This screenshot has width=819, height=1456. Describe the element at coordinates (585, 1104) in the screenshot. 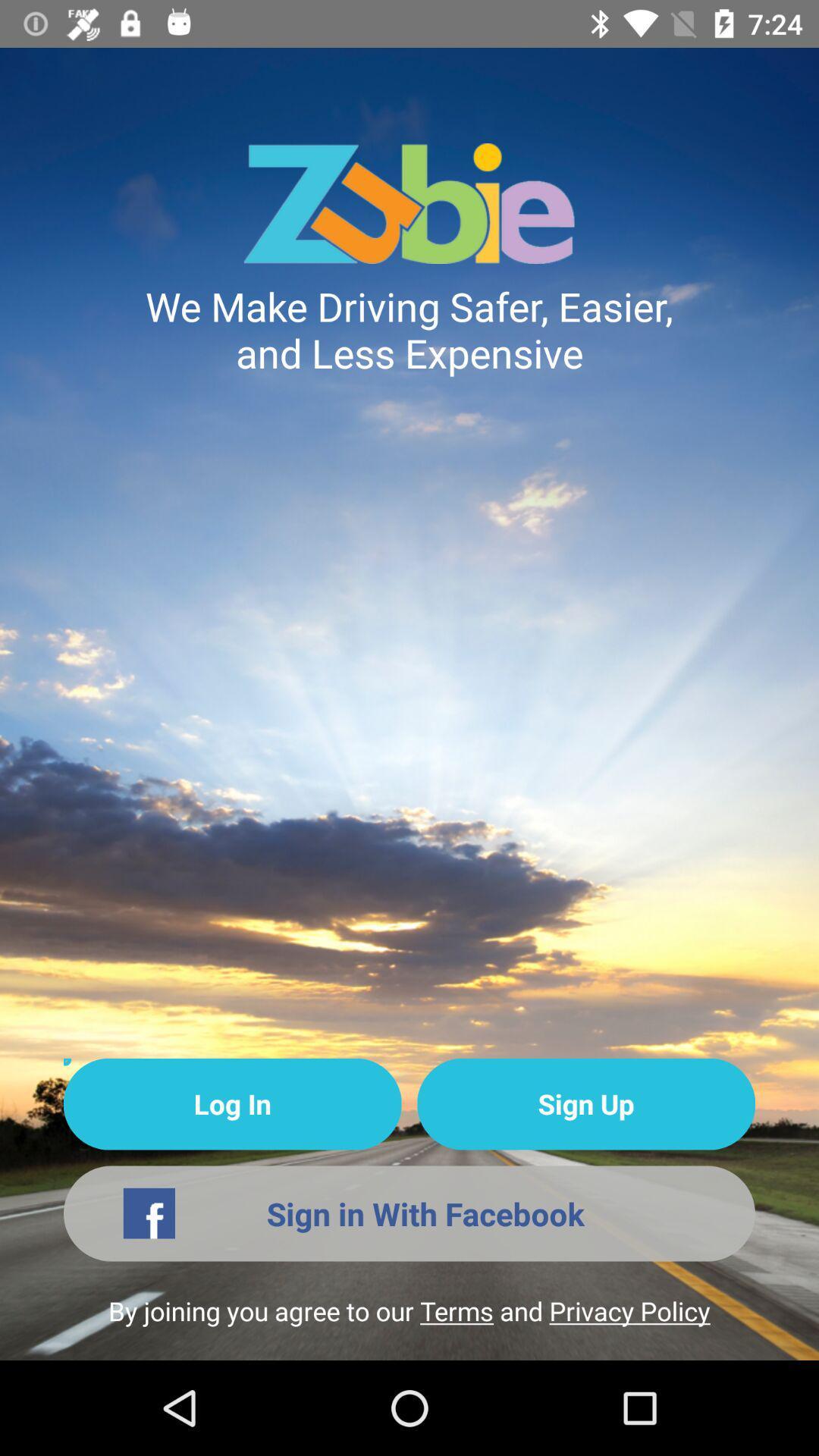

I see `icon below the we make driving icon` at that location.